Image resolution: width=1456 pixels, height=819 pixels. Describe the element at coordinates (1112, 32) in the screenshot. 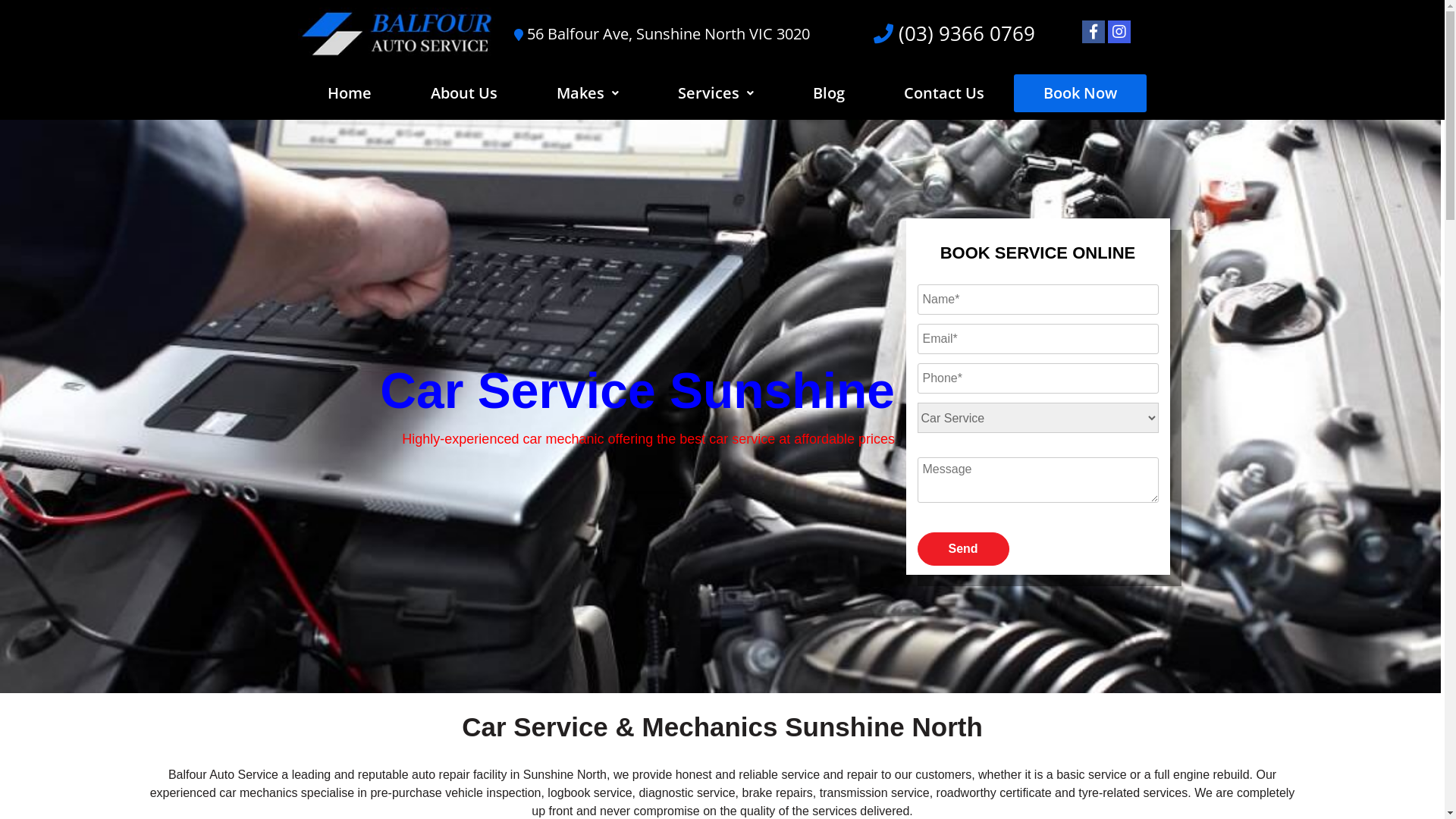

I see `'intagram'` at that location.